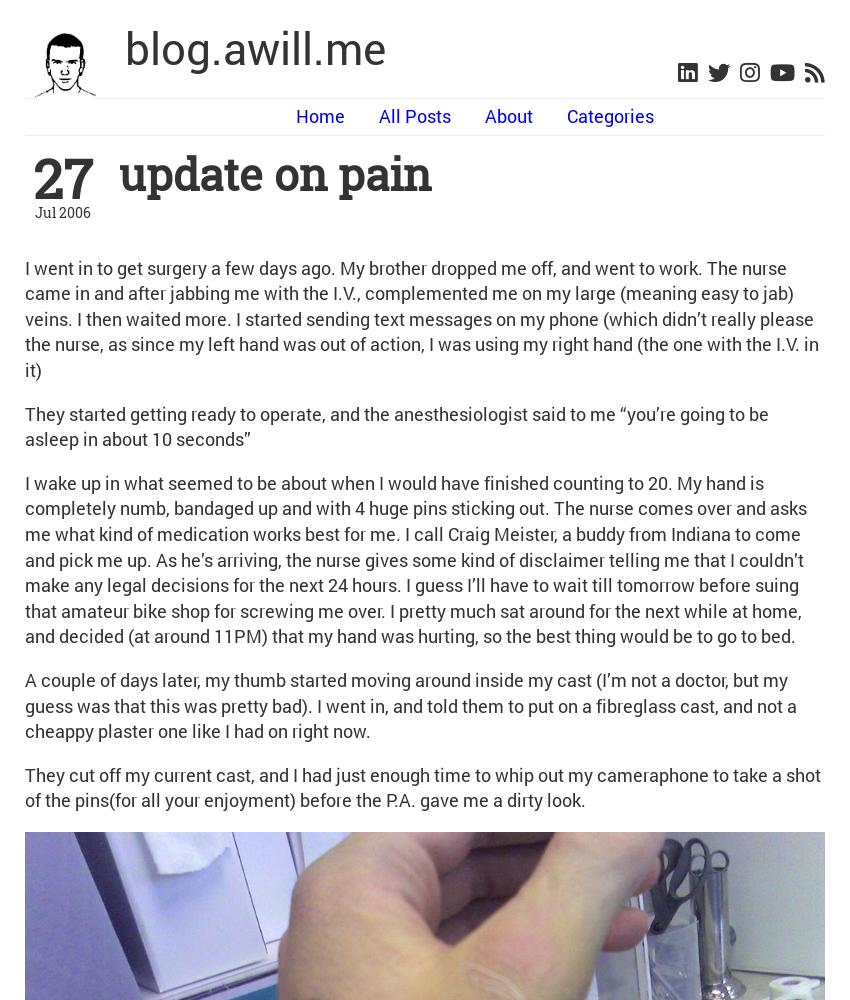 This screenshot has width=850, height=1000. I want to click on 'All Posts', so click(414, 115).